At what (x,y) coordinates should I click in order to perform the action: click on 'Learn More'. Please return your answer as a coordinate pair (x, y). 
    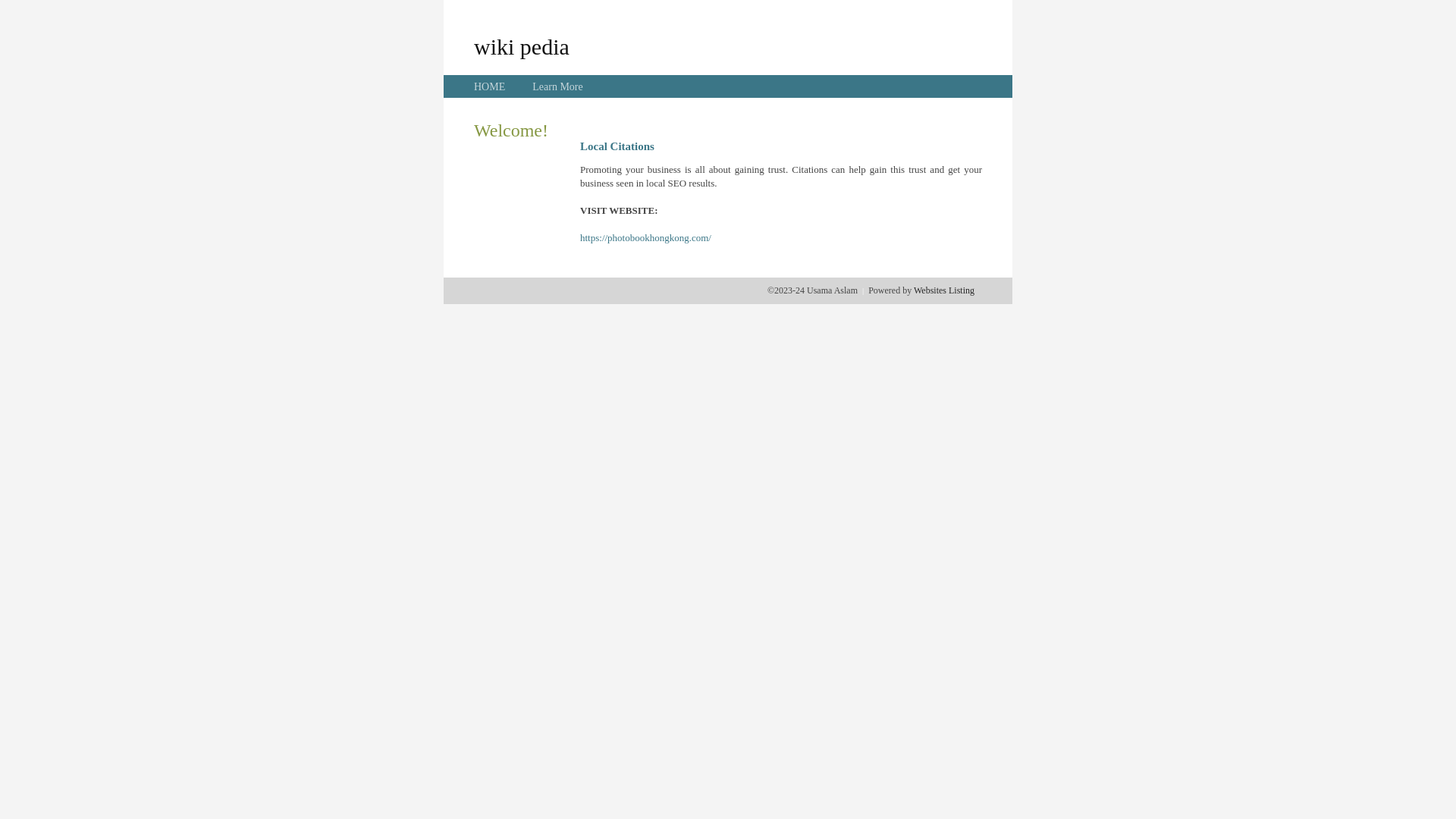
    Looking at the image, I should click on (556, 86).